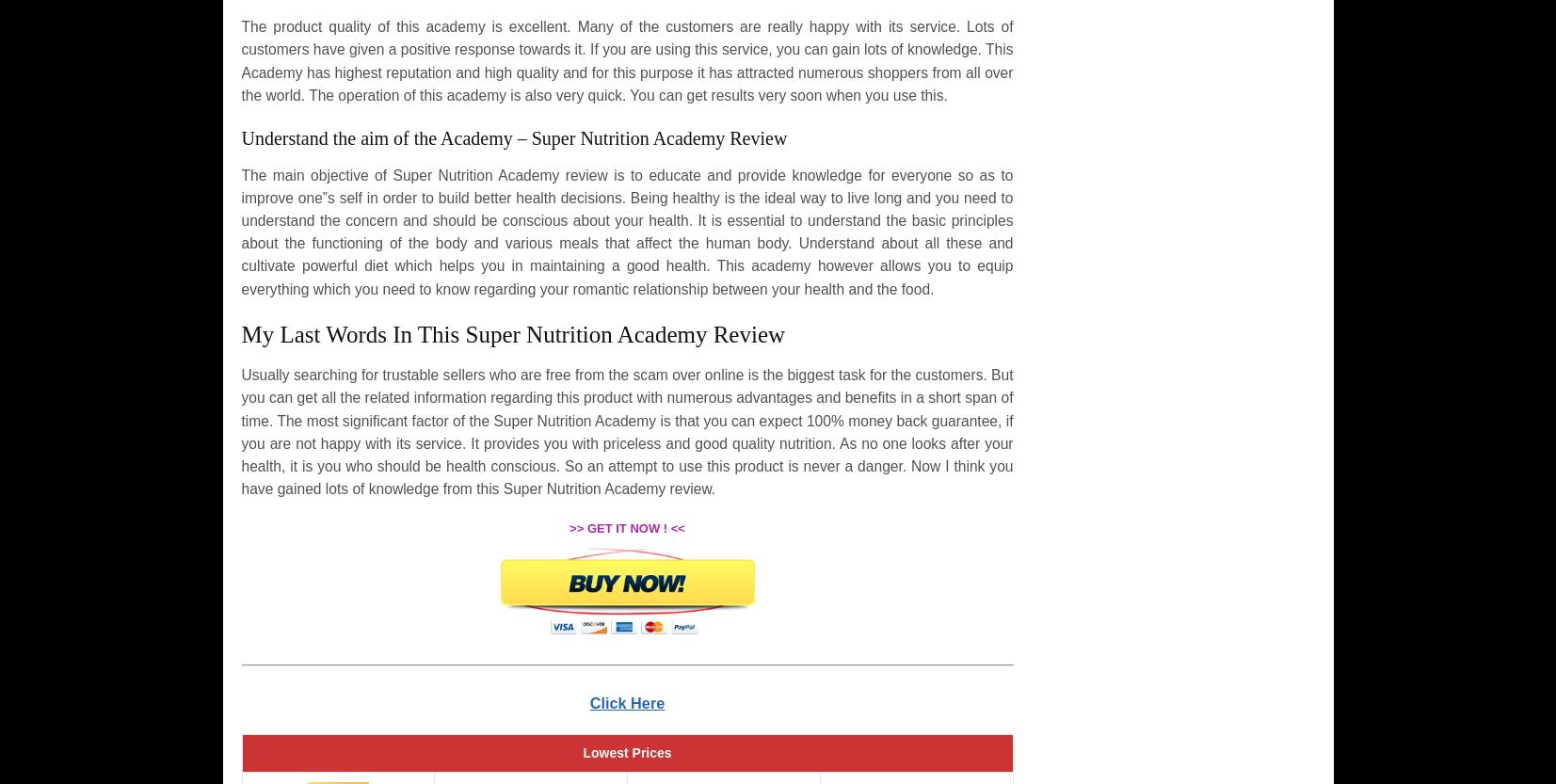 The image size is (1556, 784). I want to click on 'is to educate and provide knowledge for everyone so as to improve one”s self in order to build better health decisions. Being healthy is the ideal way to live long and you need to understand the concern and should be conscious about your health. It is essential to understand the basic principles about the functioning of the body and various meals that affect the human body. Understand about all these and cultivate powerful diet which helps you in maintaining a good health. This academy however allows you to equip everything which you need to know regarding your romantic relationship between your health and the food.', so click(625, 231).